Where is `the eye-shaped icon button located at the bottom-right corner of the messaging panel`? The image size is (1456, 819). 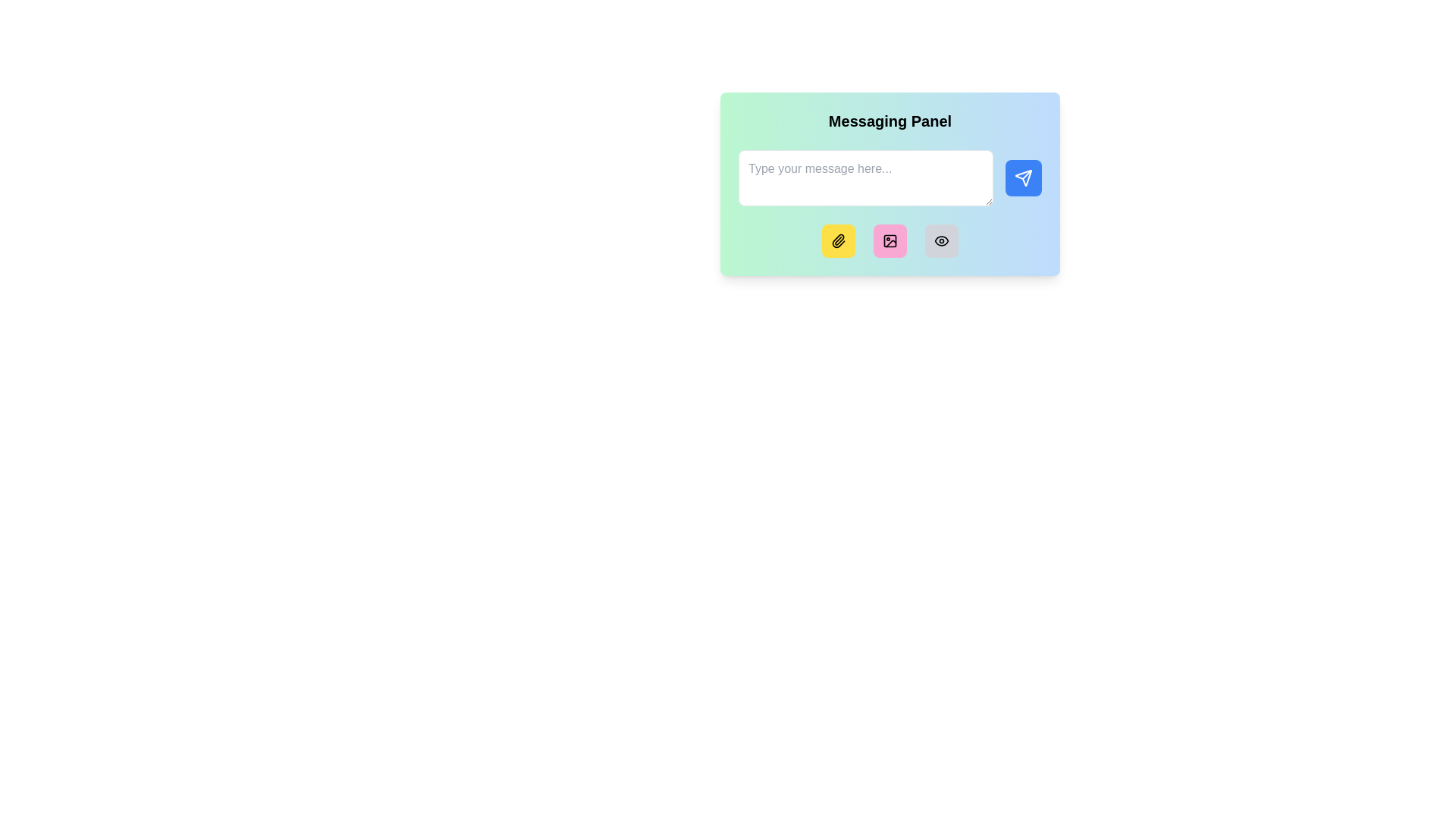
the eye-shaped icon button located at the bottom-right corner of the messaging panel is located at coordinates (941, 240).